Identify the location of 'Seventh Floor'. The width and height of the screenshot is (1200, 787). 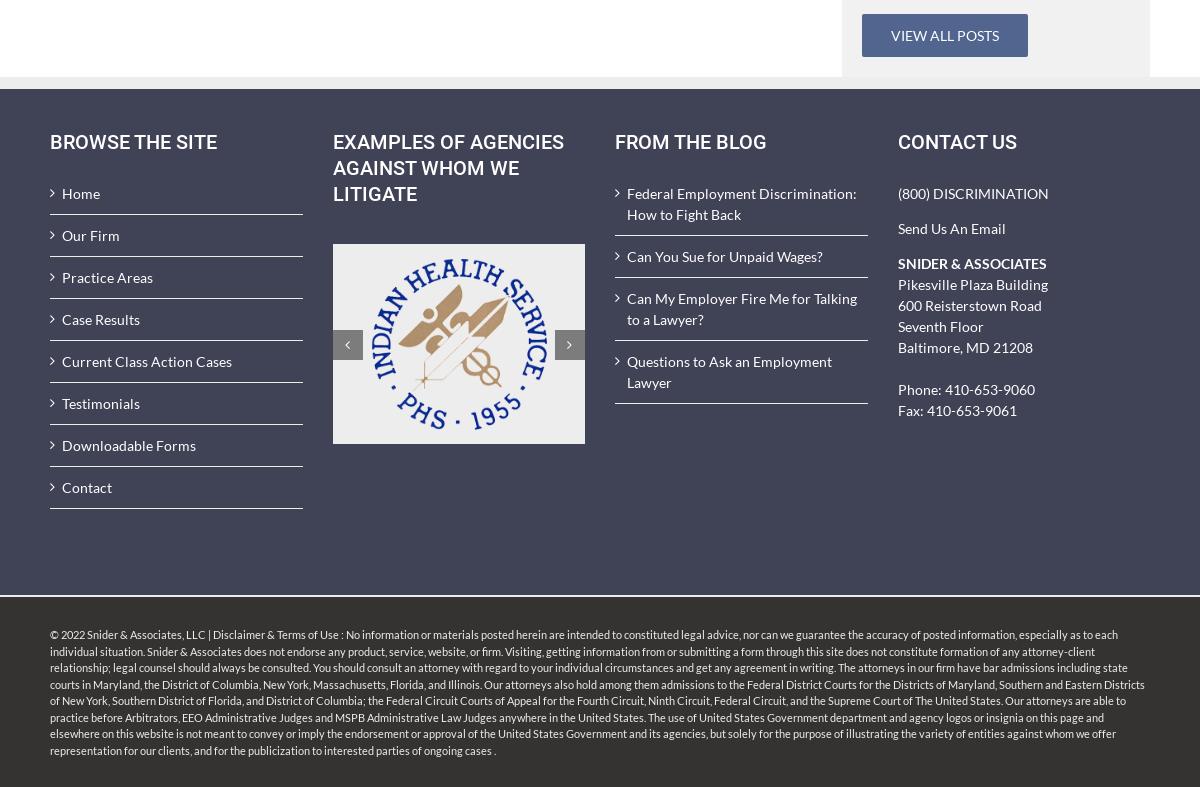
(939, 325).